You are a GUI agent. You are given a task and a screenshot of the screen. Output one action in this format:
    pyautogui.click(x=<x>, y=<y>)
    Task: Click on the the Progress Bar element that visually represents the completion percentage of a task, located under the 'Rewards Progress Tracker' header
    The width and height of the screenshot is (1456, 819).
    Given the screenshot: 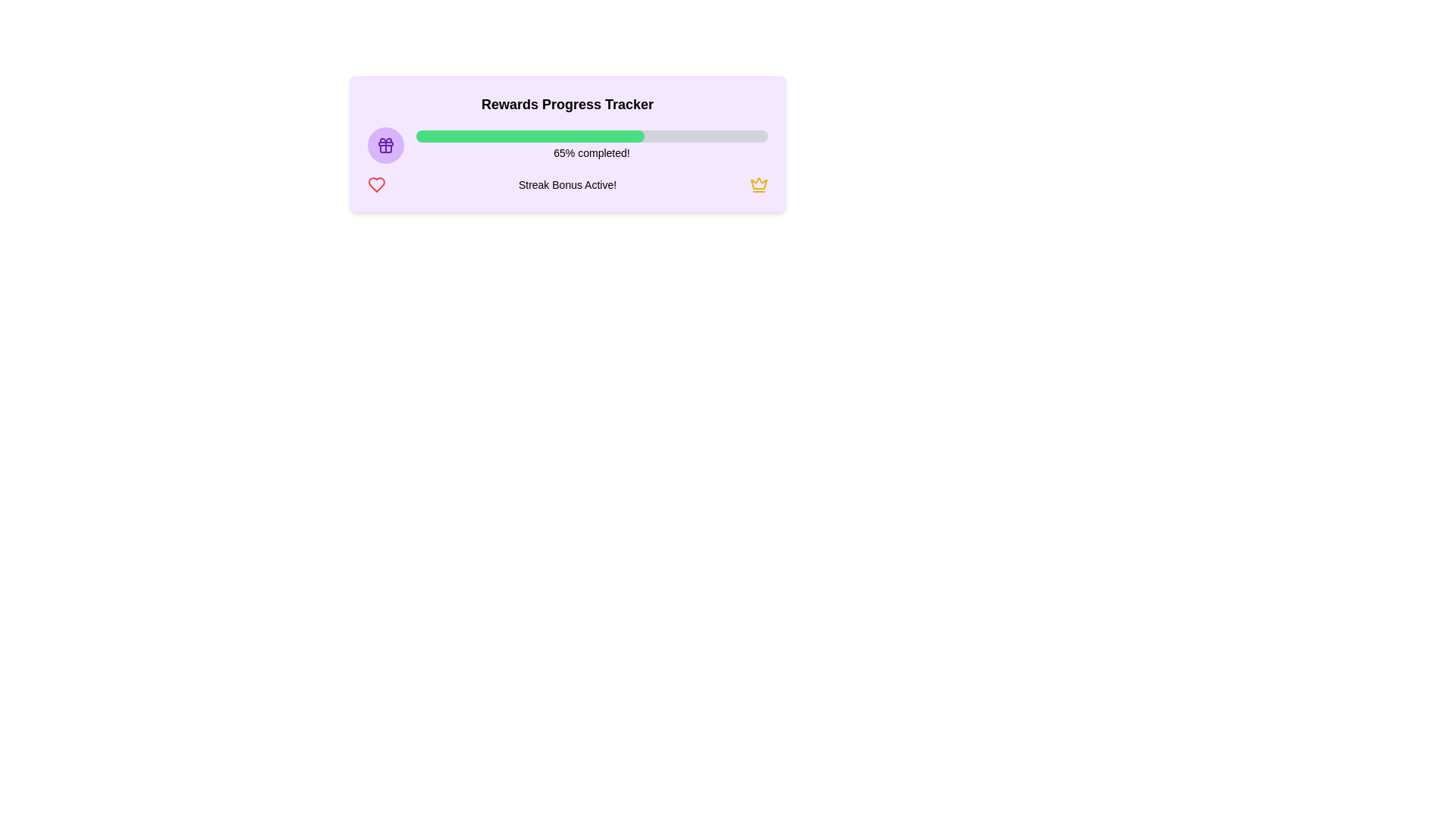 What is the action you would take?
    pyautogui.click(x=566, y=146)
    